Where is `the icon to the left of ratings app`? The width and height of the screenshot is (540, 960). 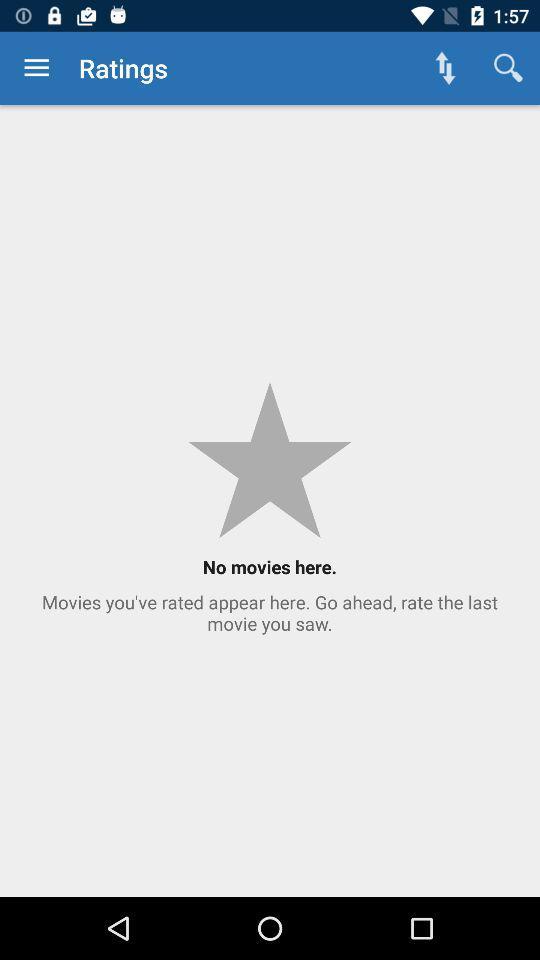
the icon to the left of ratings app is located at coordinates (36, 68).